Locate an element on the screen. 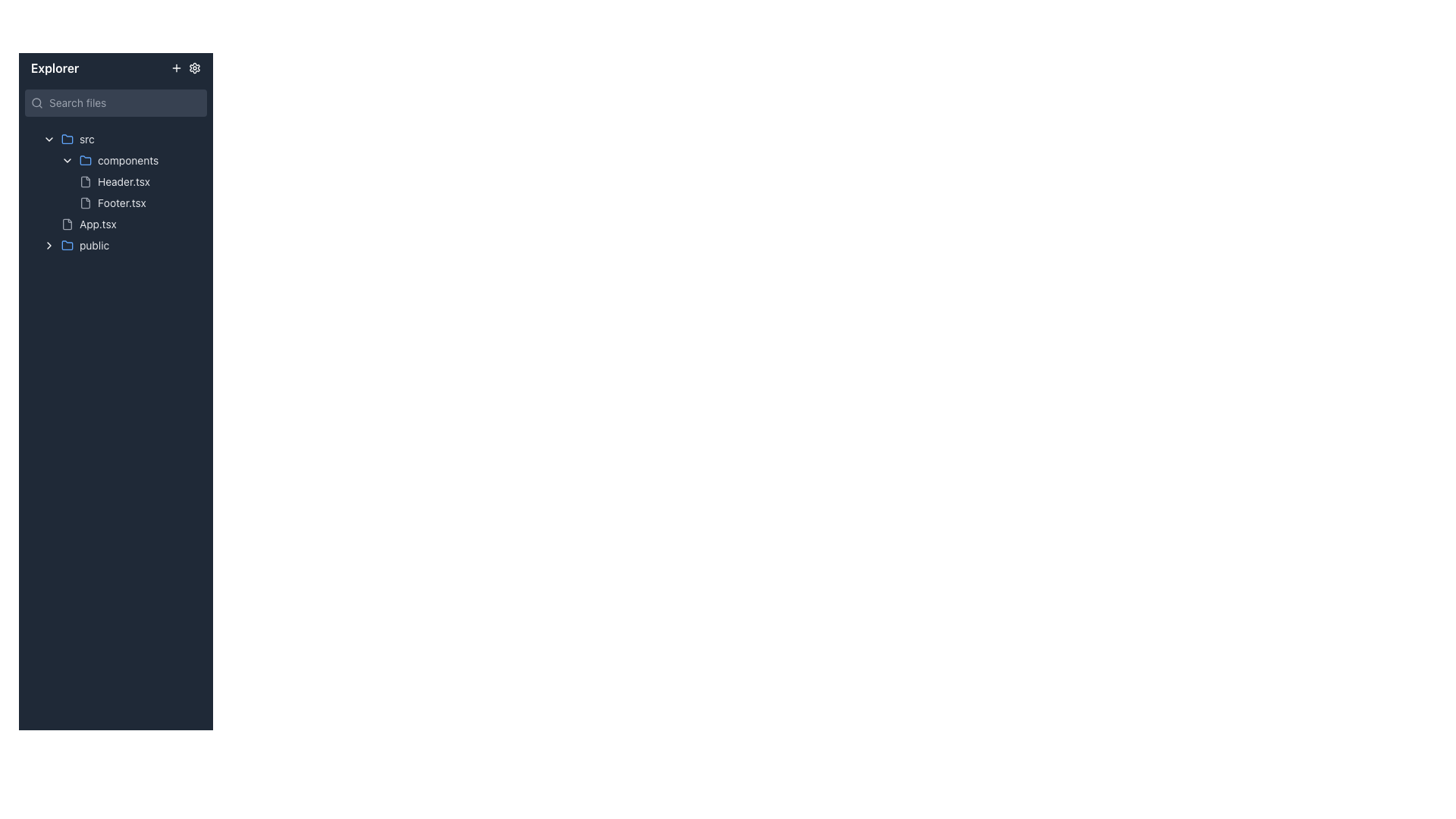  the file item labeled 'App.tsx' in the file explorer is located at coordinates (130, 224).